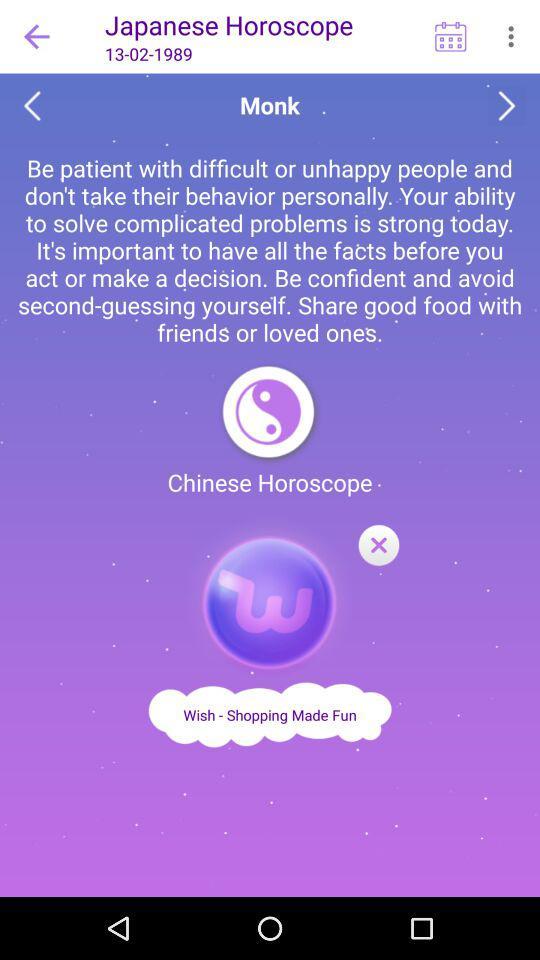  What do you see at coordinates (378, 546) in the screenshot?
I see `the close icon` at bounding box center [378, 546].